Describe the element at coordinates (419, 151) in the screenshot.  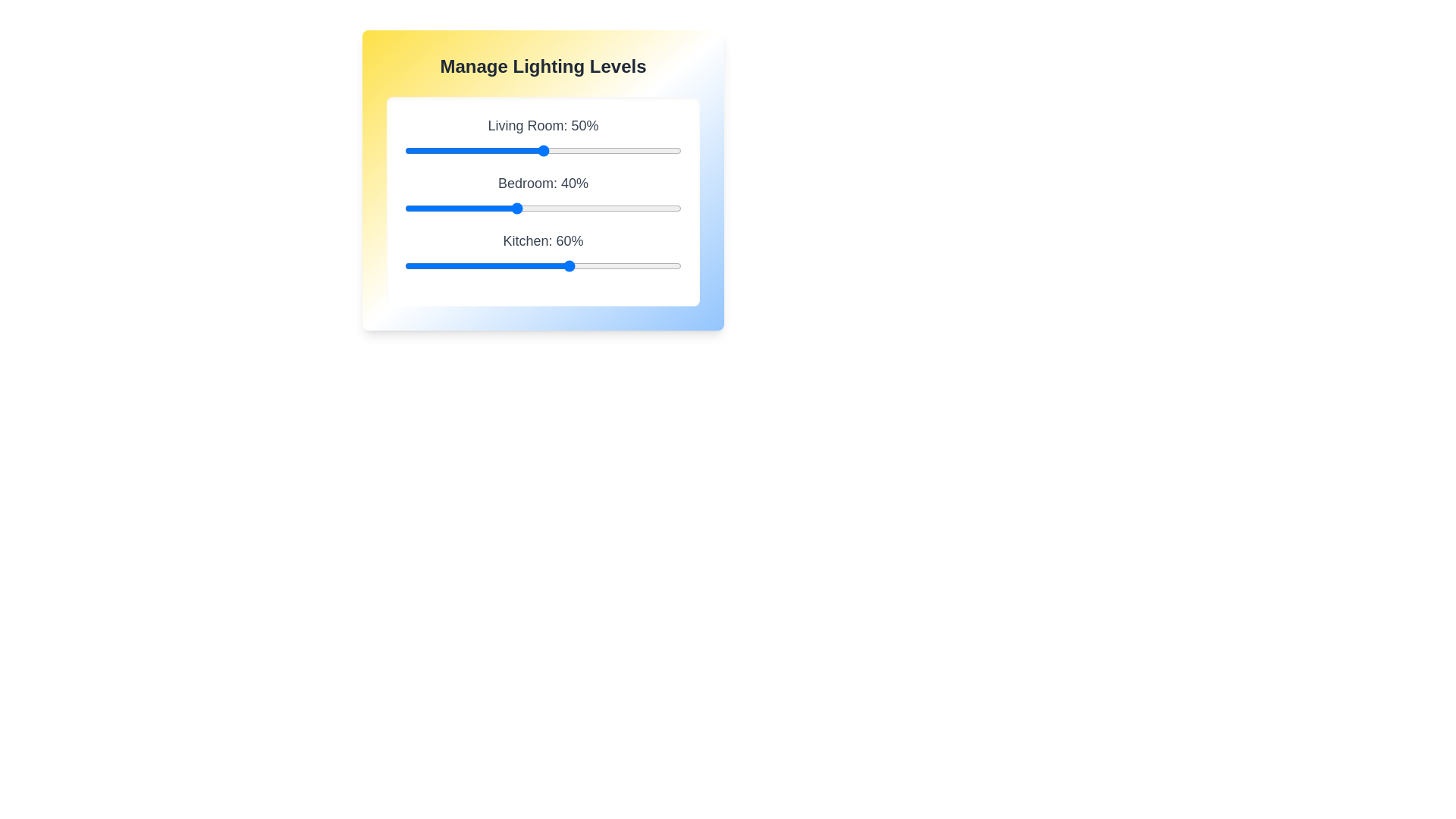
I see `the Living Room lighting slider to 5%` at that location.